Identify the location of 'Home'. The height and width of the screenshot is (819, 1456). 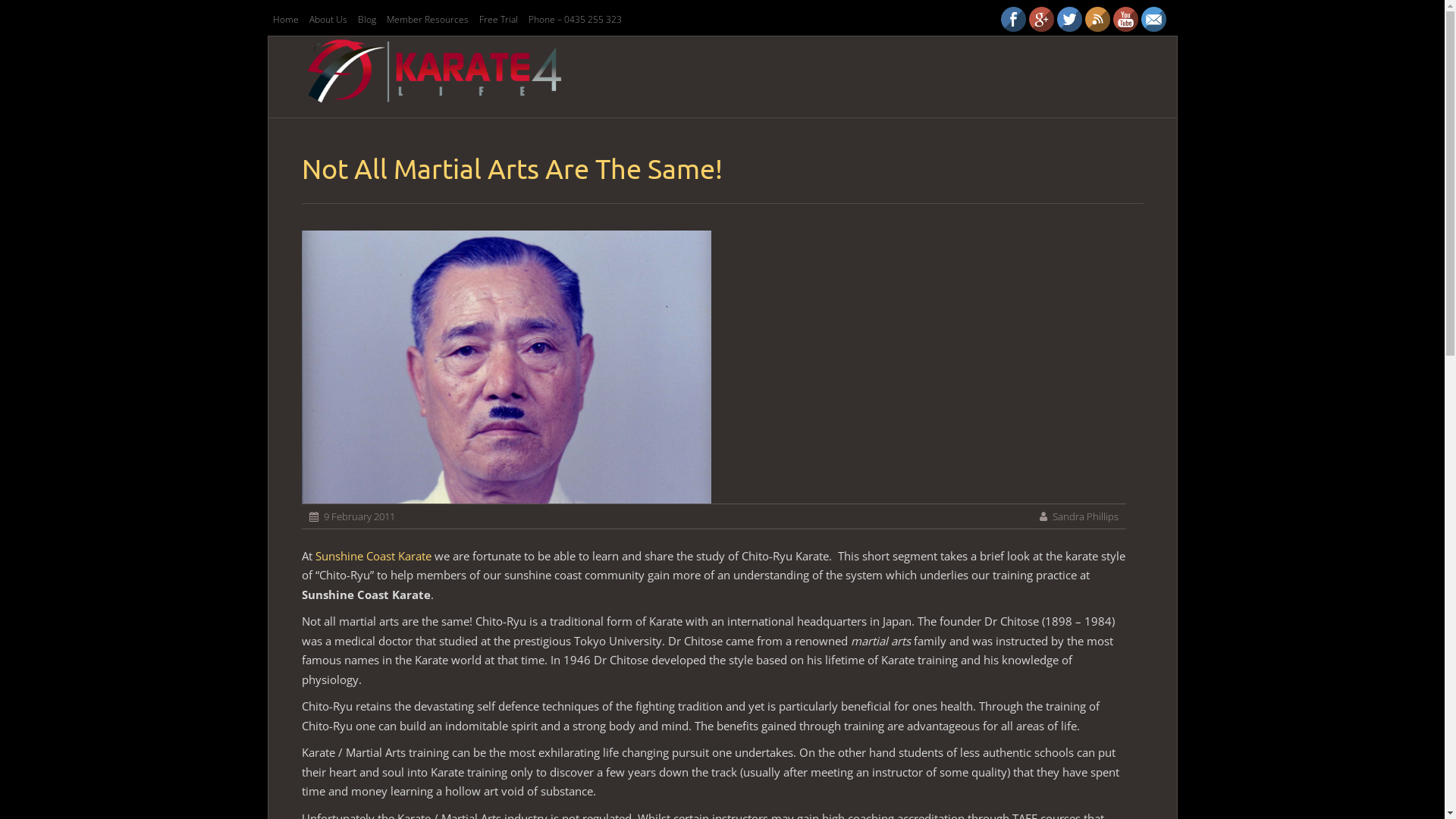
(284, 19).